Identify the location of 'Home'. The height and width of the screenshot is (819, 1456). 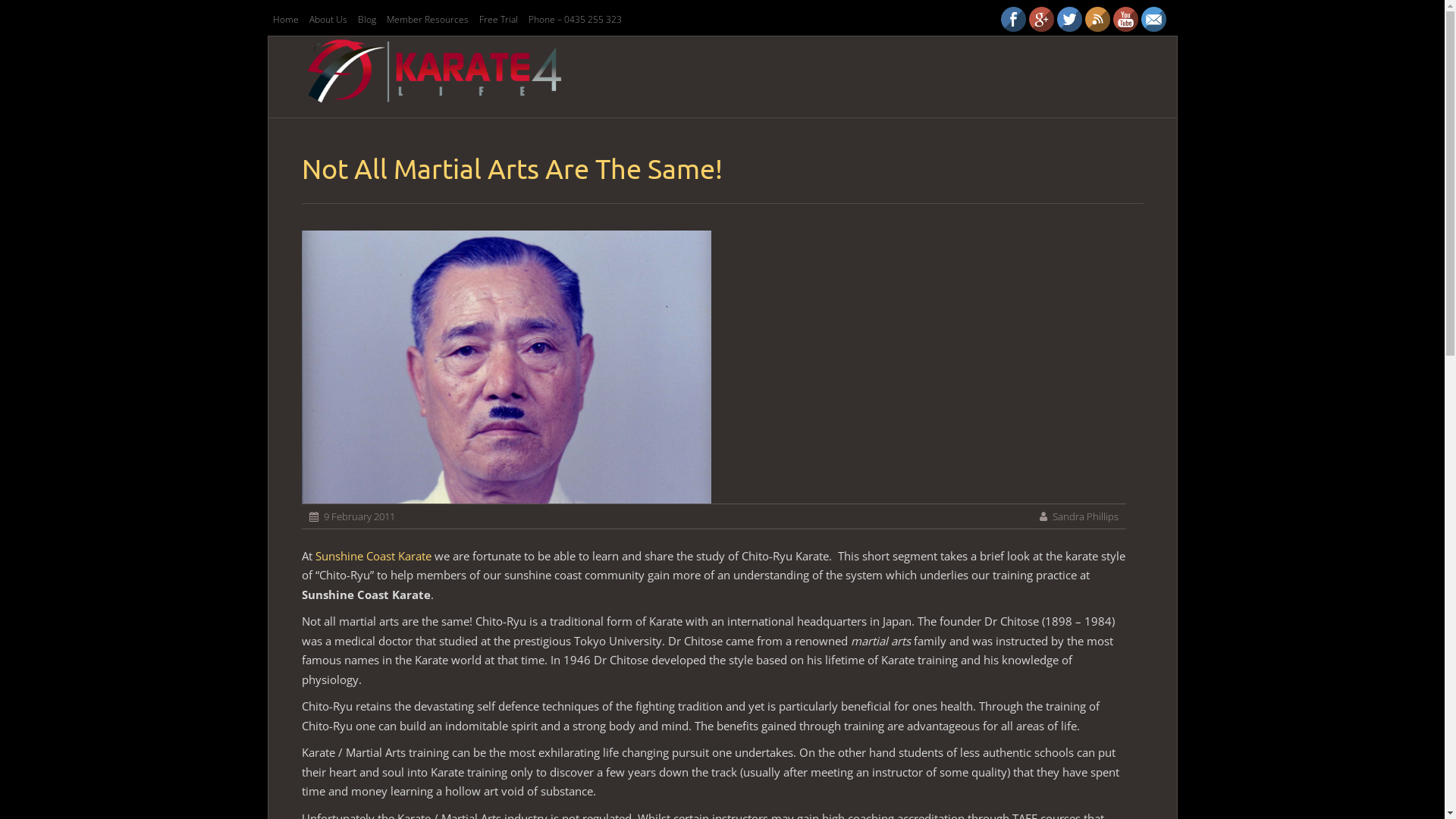
(284, 19).